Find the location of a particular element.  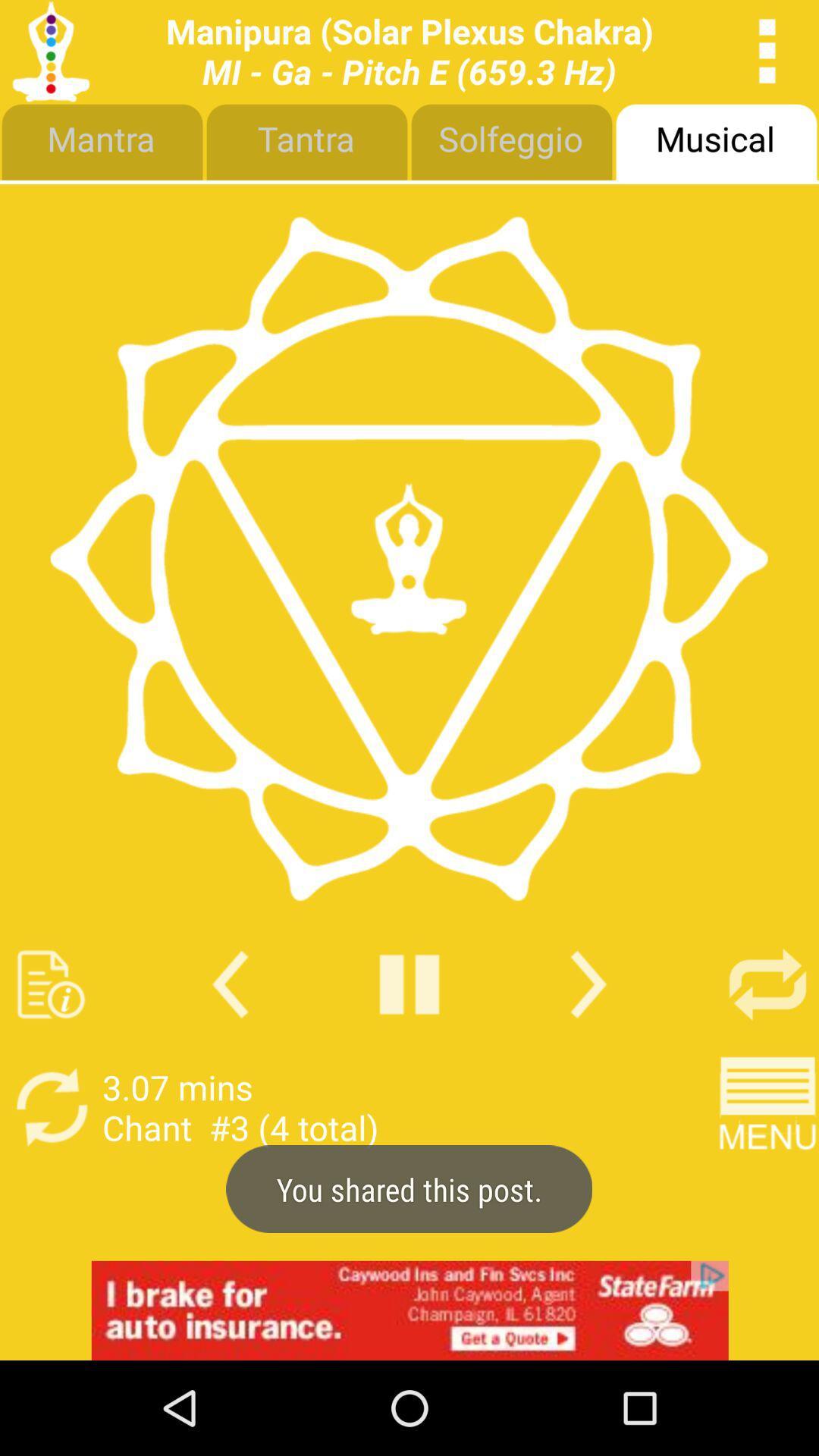

repeat option is located at coordinates (767, 984).